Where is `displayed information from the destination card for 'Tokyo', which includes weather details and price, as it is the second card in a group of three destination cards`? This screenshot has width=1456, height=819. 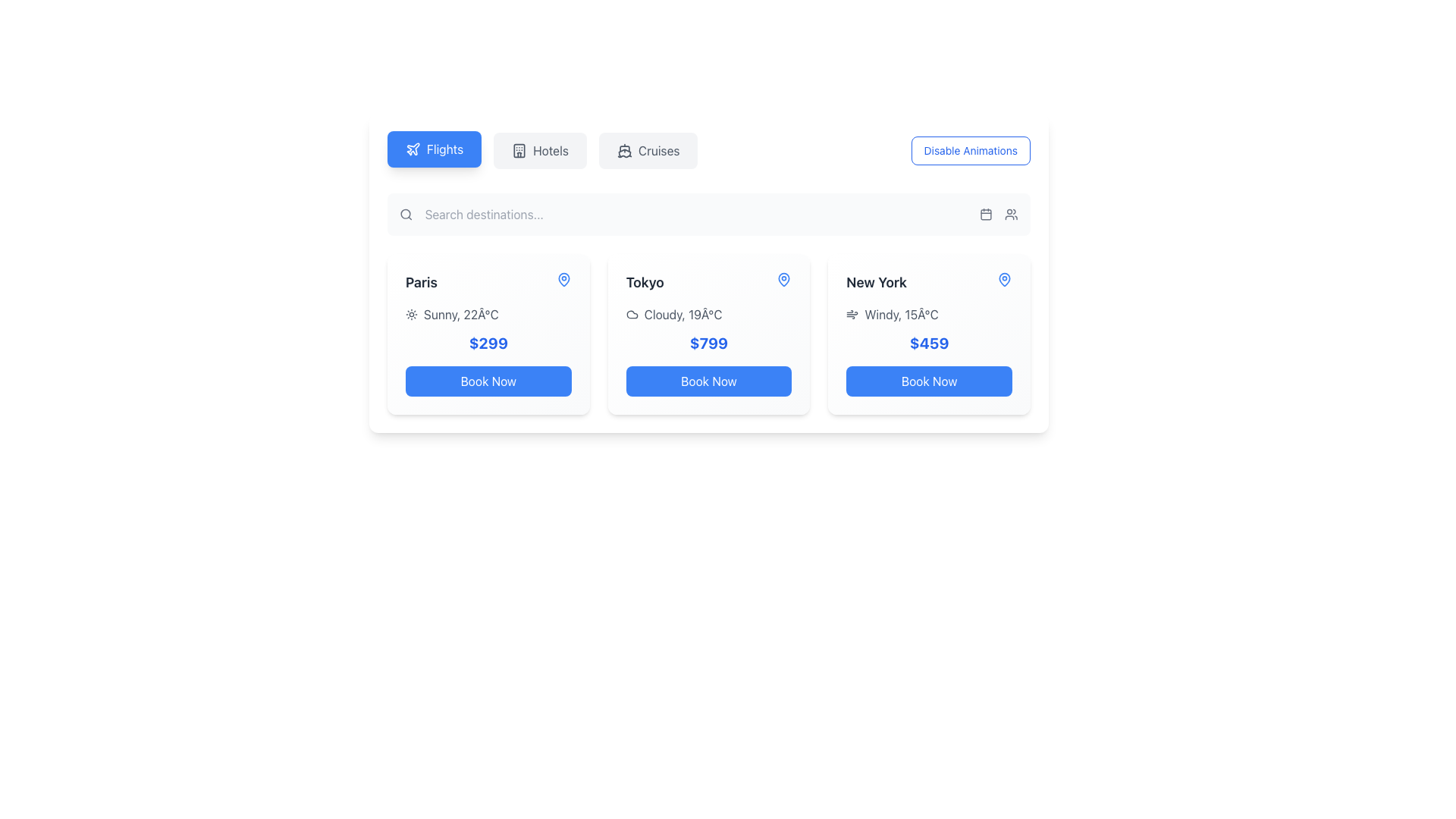
displayed information from the destination card for 'Tokyo', which includes weather details and price, as it is the second card in a group of three destination cards is located at coordinates (708, 304).